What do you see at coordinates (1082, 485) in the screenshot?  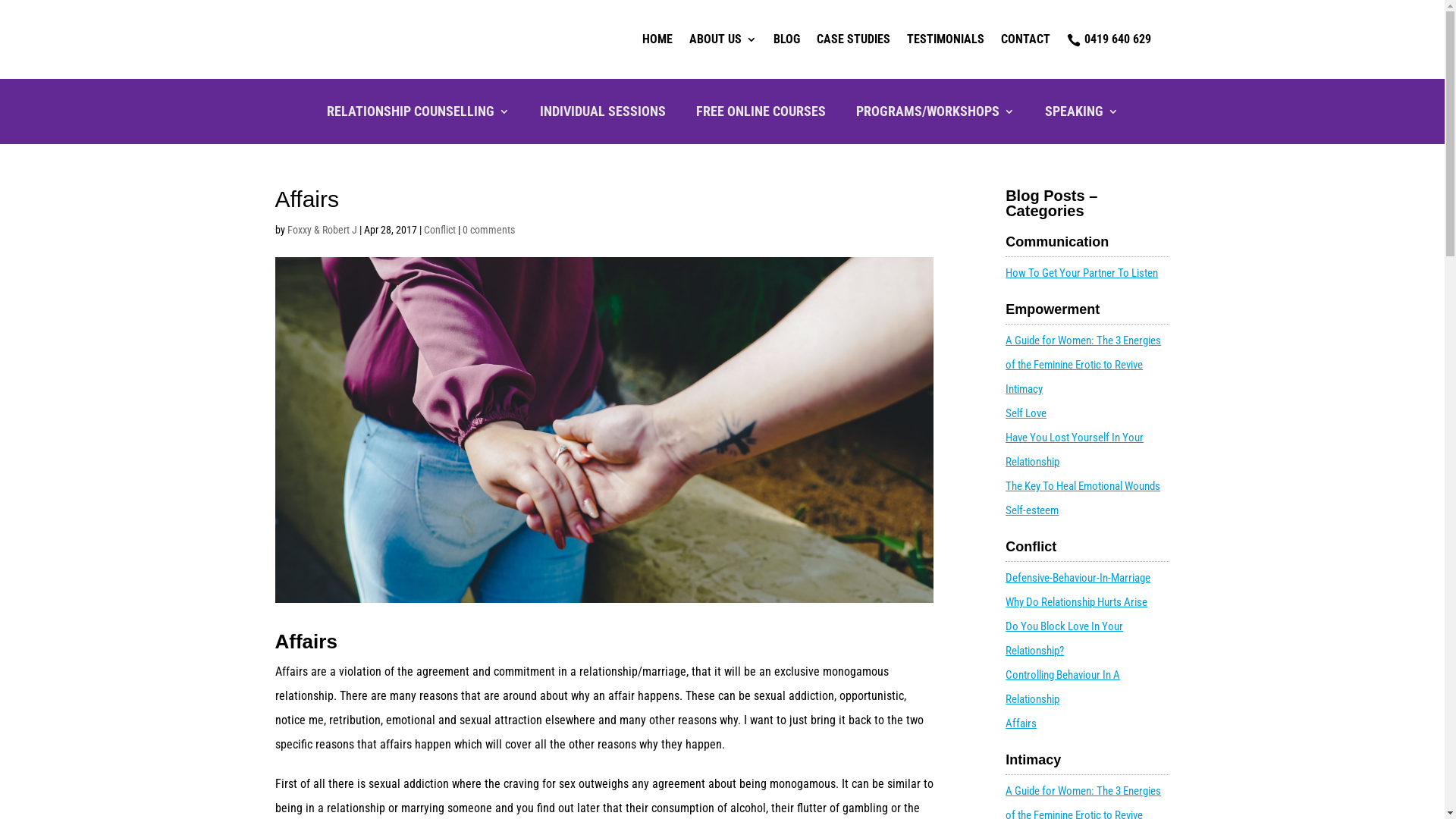 I see `'The Key To Heal Emotional Wounds'` at bounding box center [1082, 485].